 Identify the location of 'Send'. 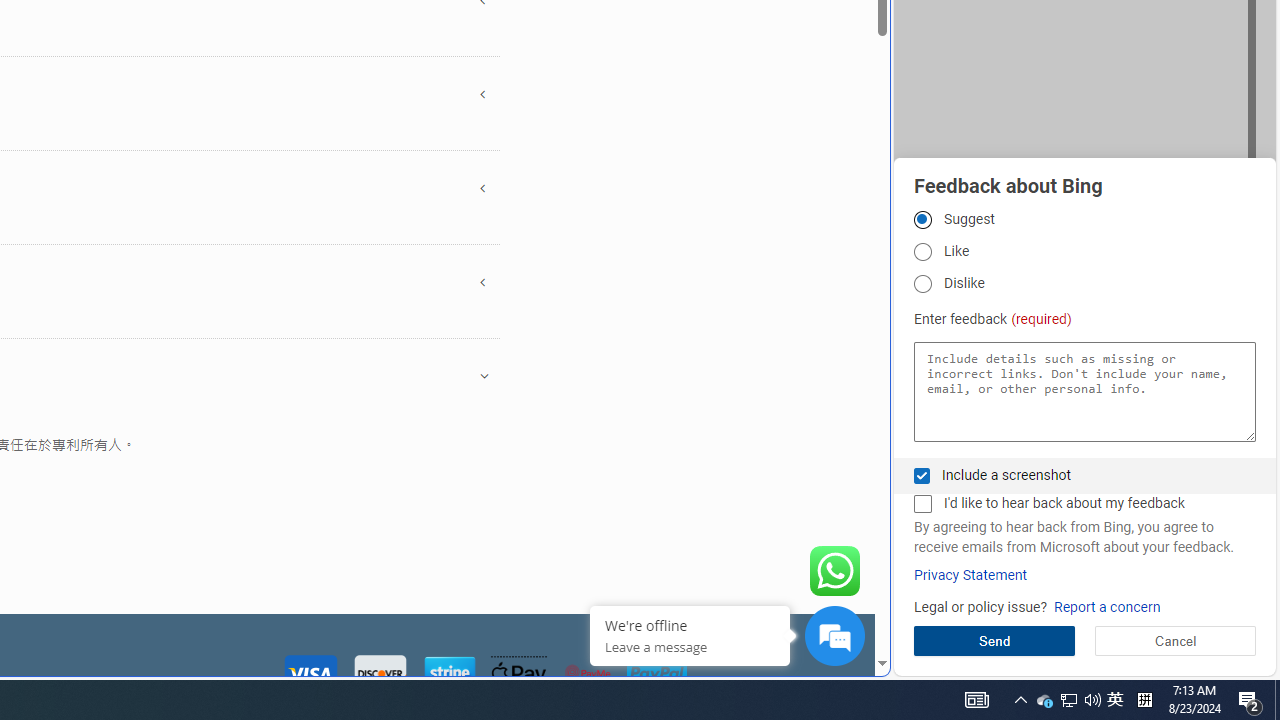
(994, 640).